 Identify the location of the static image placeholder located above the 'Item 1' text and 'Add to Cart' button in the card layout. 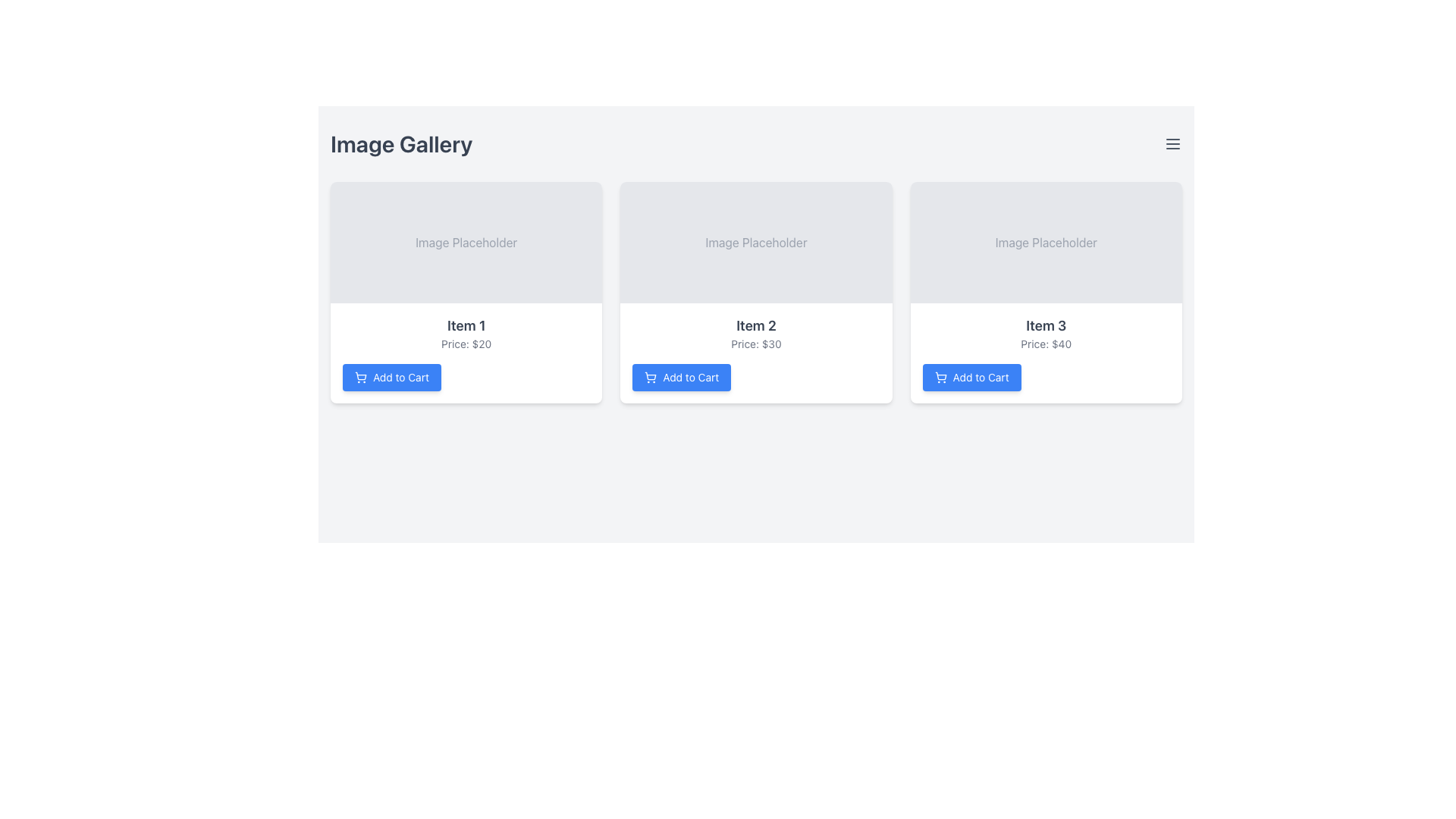
(466, 242).